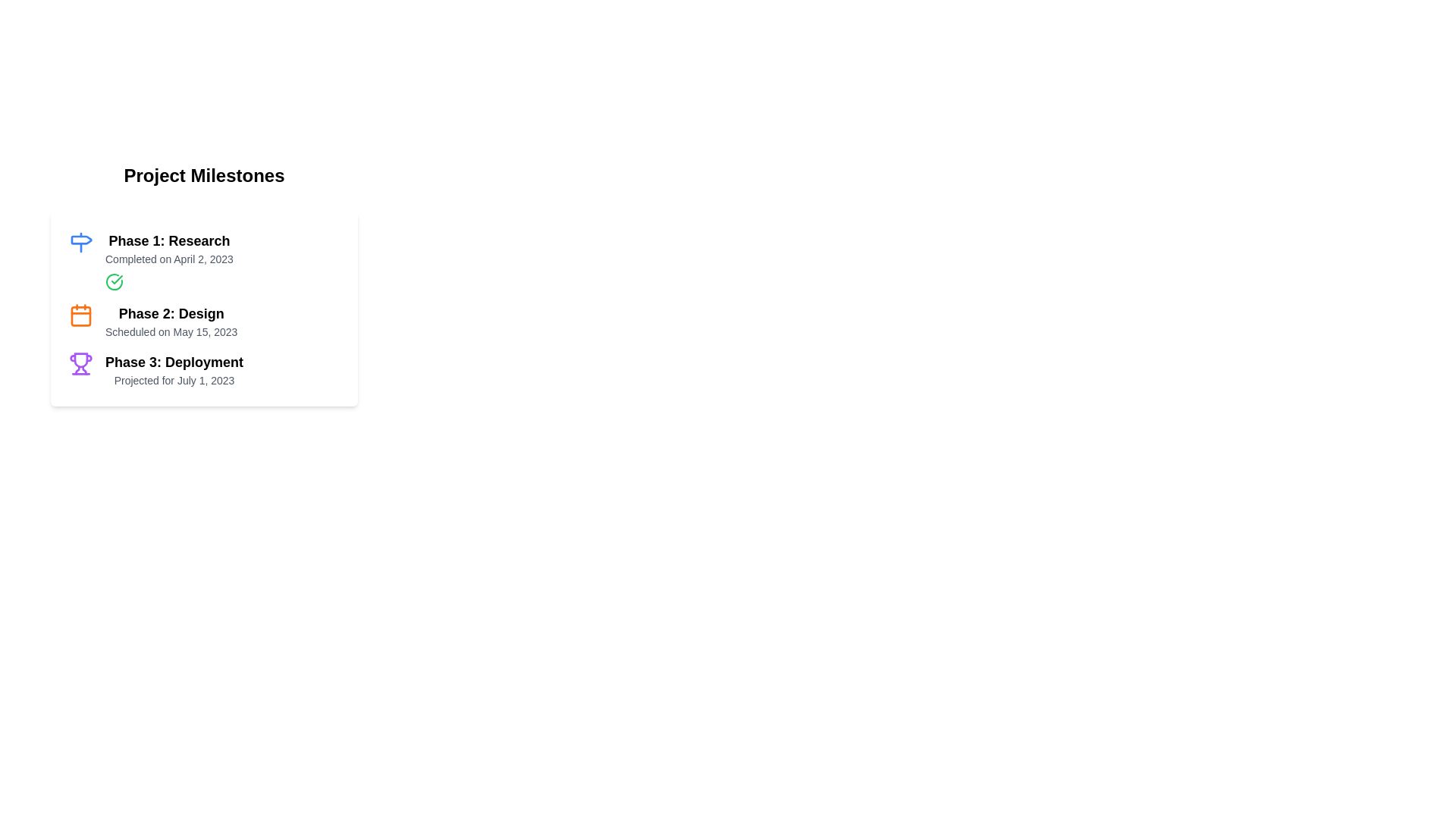  I want to click on the completion icon indicating successful verification for the milestone 'Phase 1: Research', so click(116, 280).